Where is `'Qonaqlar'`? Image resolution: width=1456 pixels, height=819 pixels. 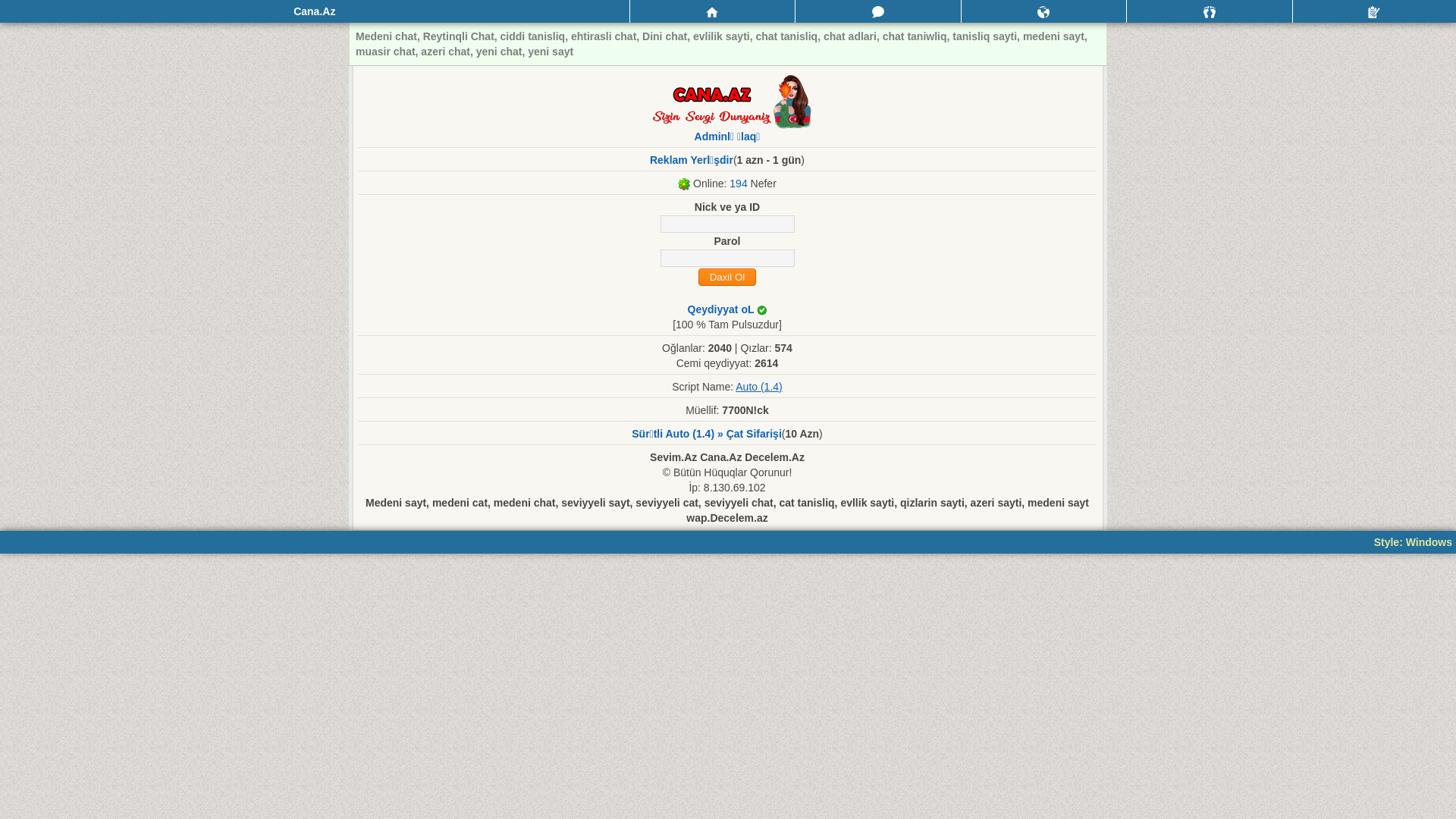
'Qonaqlar' is located at coordinates (1208, 11).